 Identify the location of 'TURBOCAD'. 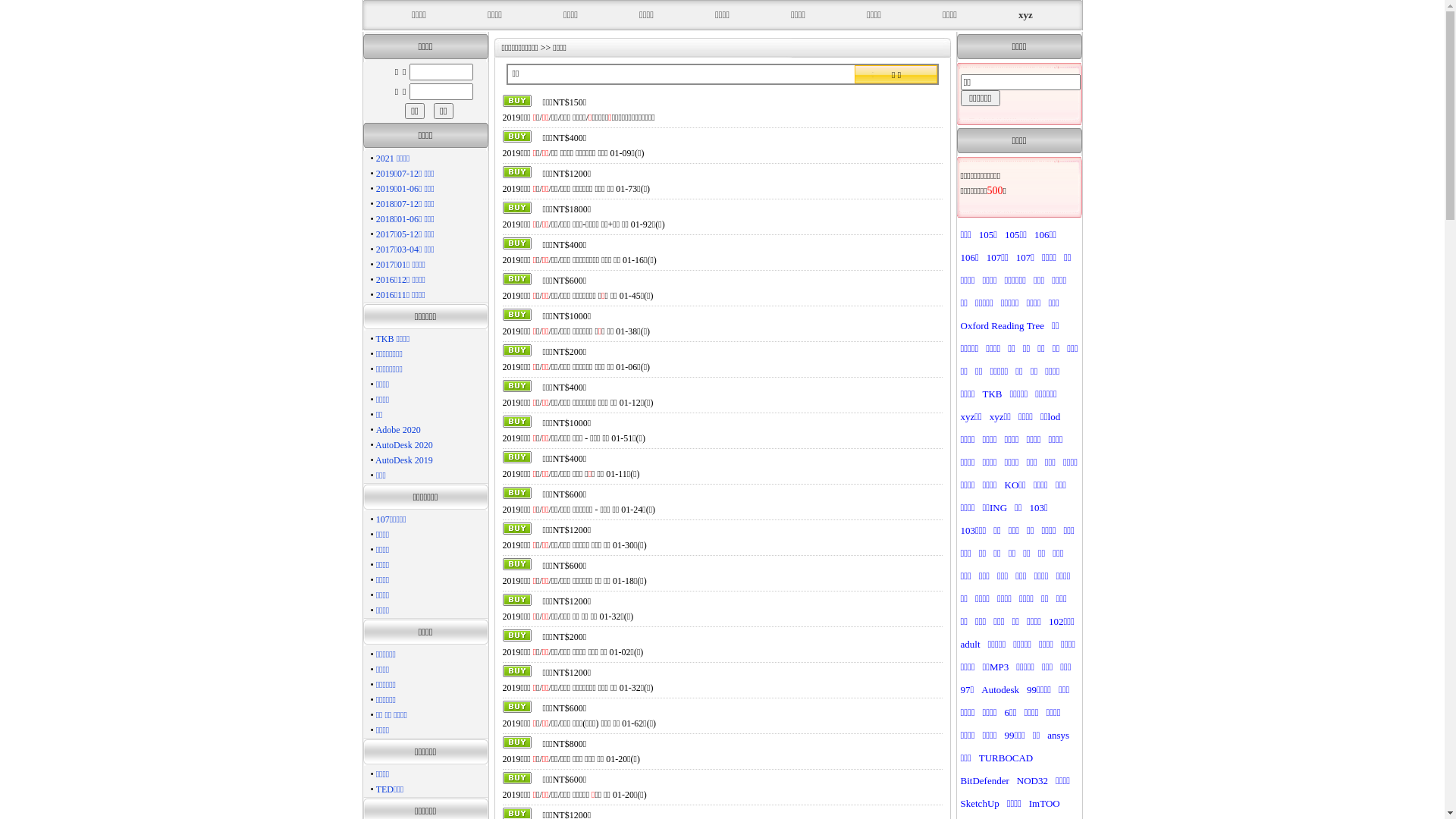
(1006, 758).